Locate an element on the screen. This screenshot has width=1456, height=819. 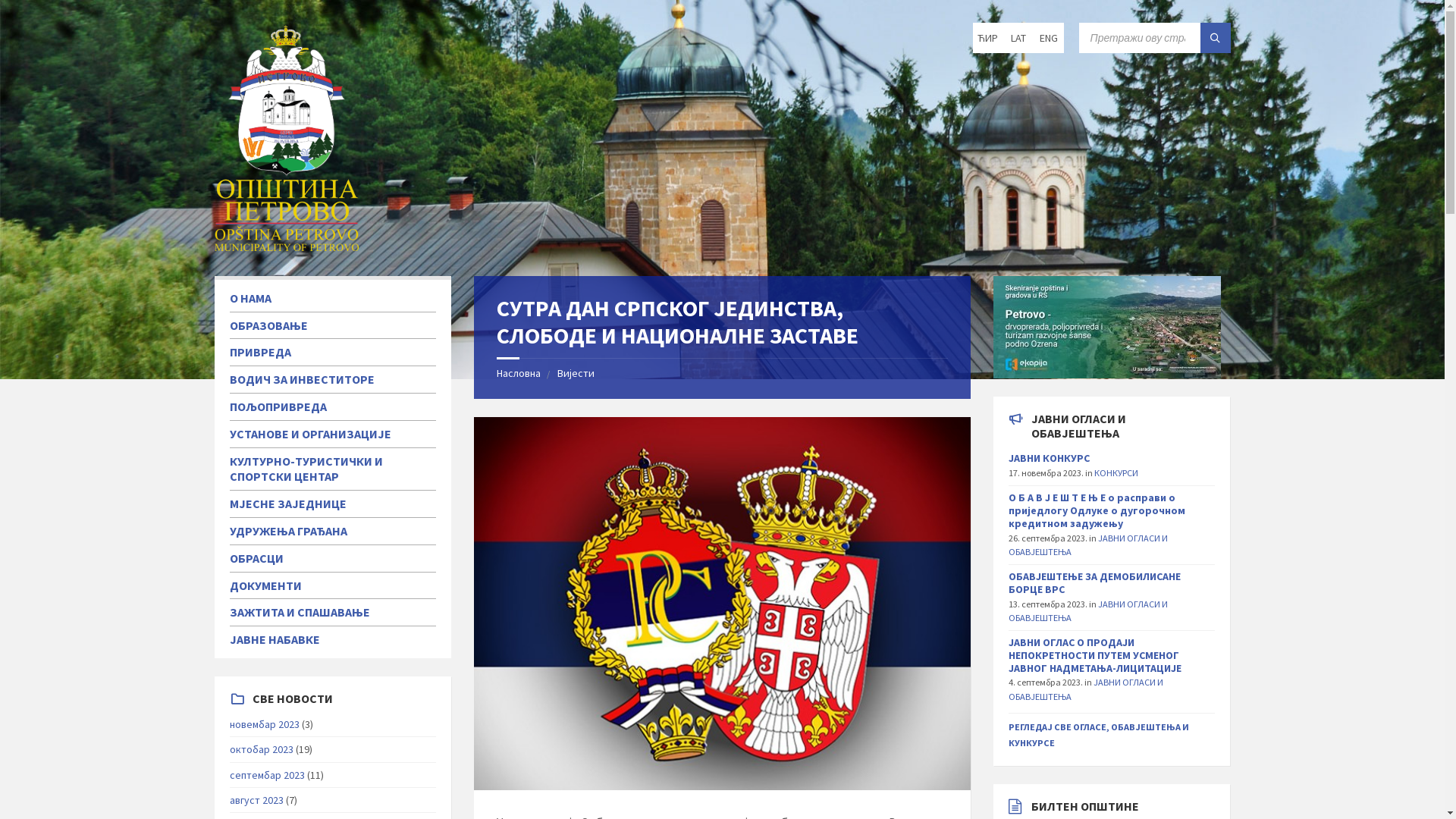
'ENG' is located at coordinates (1047, 37).